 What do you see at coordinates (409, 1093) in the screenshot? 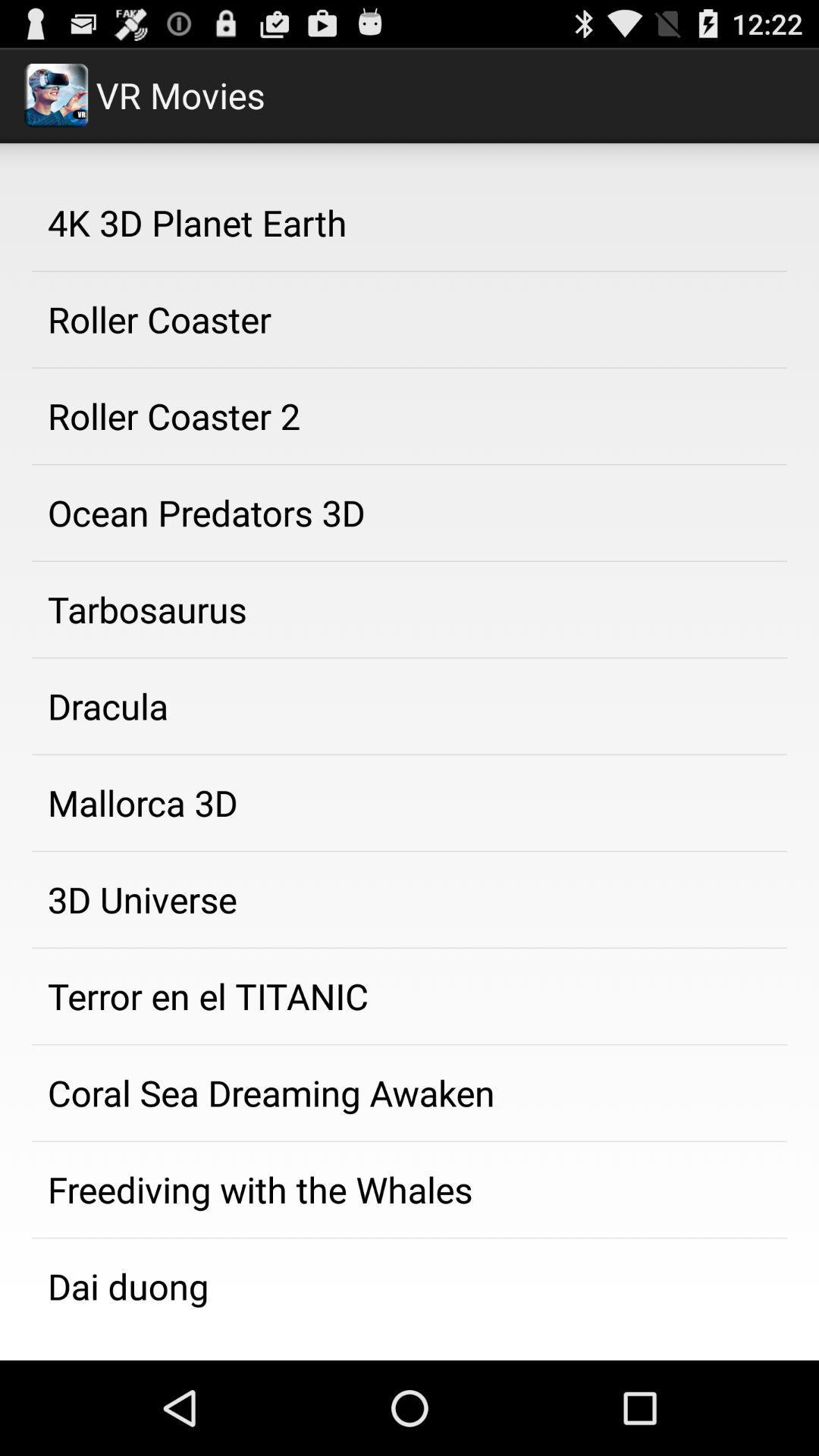
I see `item below terror en el` at bounding box center [409, 1093].